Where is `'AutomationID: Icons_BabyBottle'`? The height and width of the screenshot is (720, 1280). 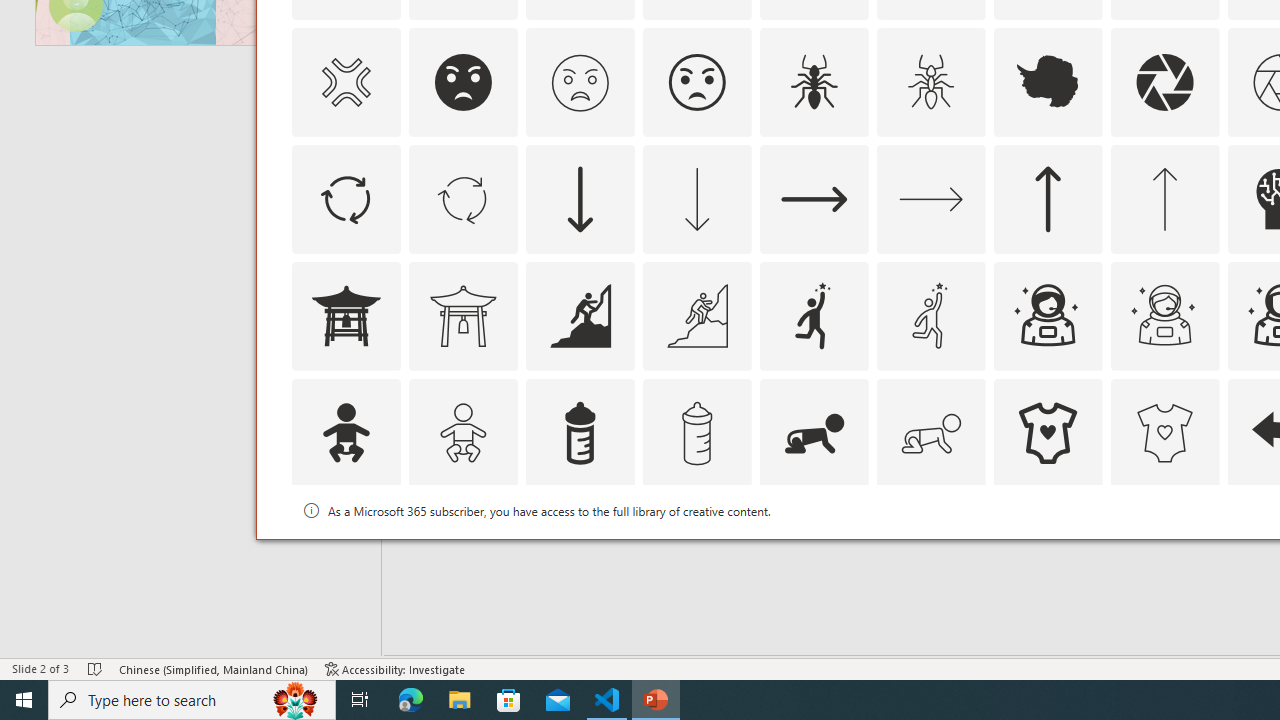 'AutomationID: Icons_BabyBottle' is located at coordinates (578, 431).